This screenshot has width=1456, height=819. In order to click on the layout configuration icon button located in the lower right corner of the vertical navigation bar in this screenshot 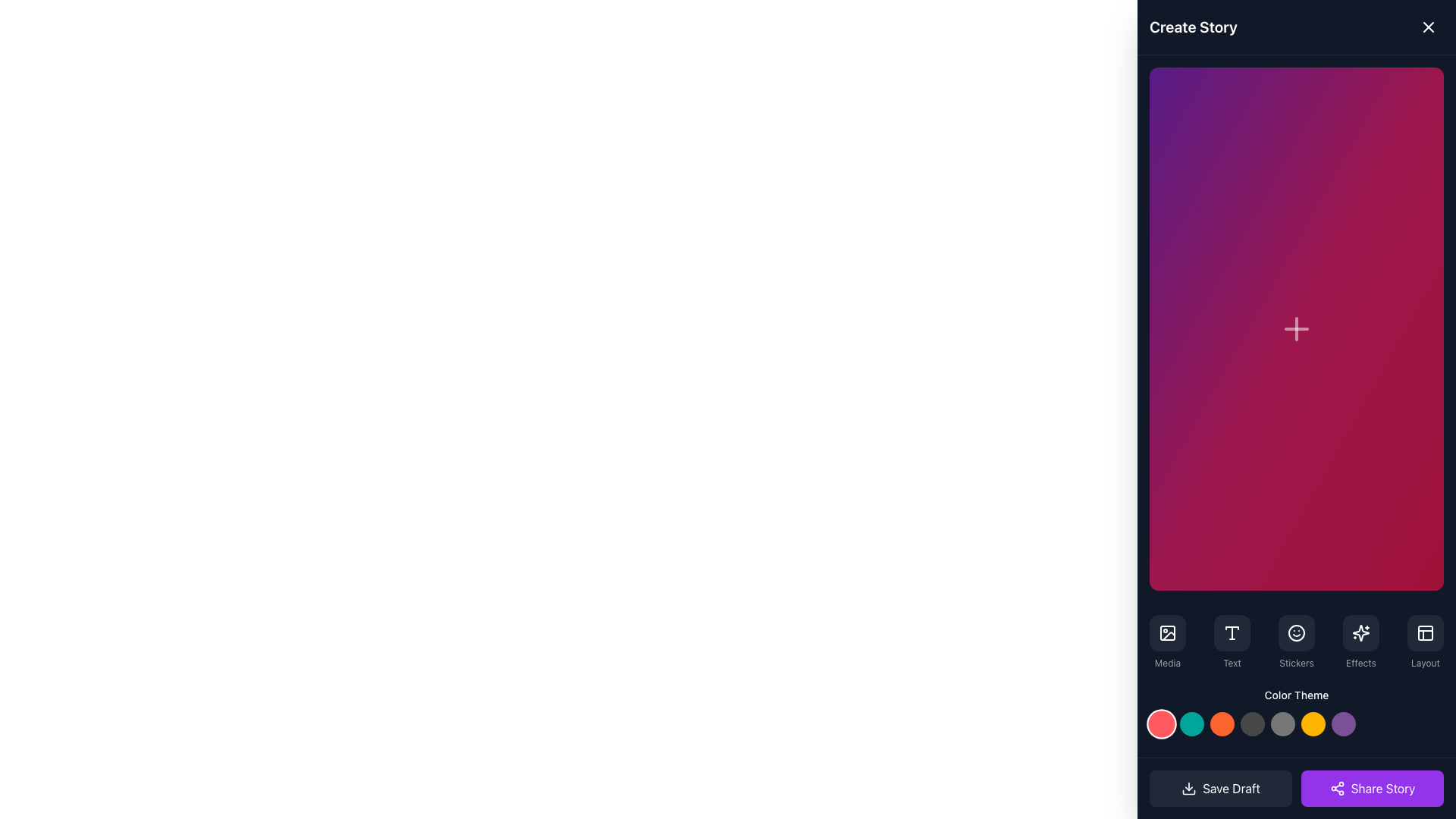, I will do `click(1425, 632)`.